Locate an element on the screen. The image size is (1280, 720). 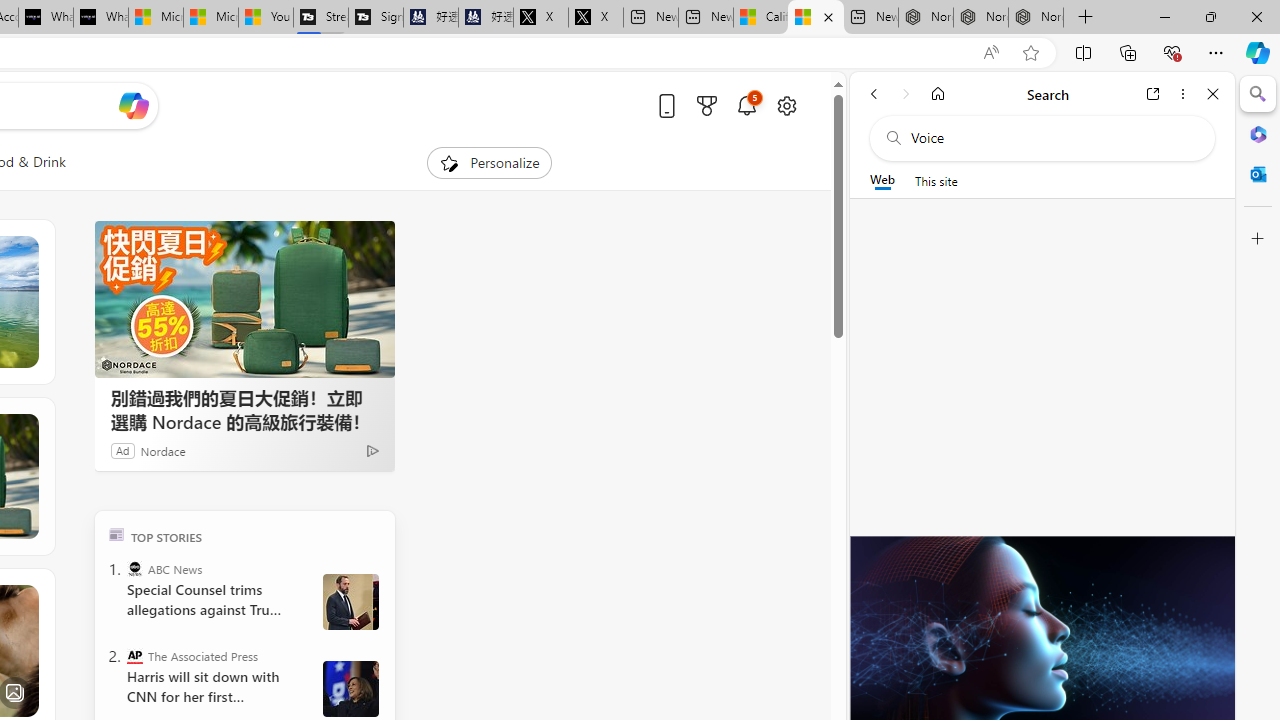
'Open link in new tab' is located at coordinates (1153, 93).